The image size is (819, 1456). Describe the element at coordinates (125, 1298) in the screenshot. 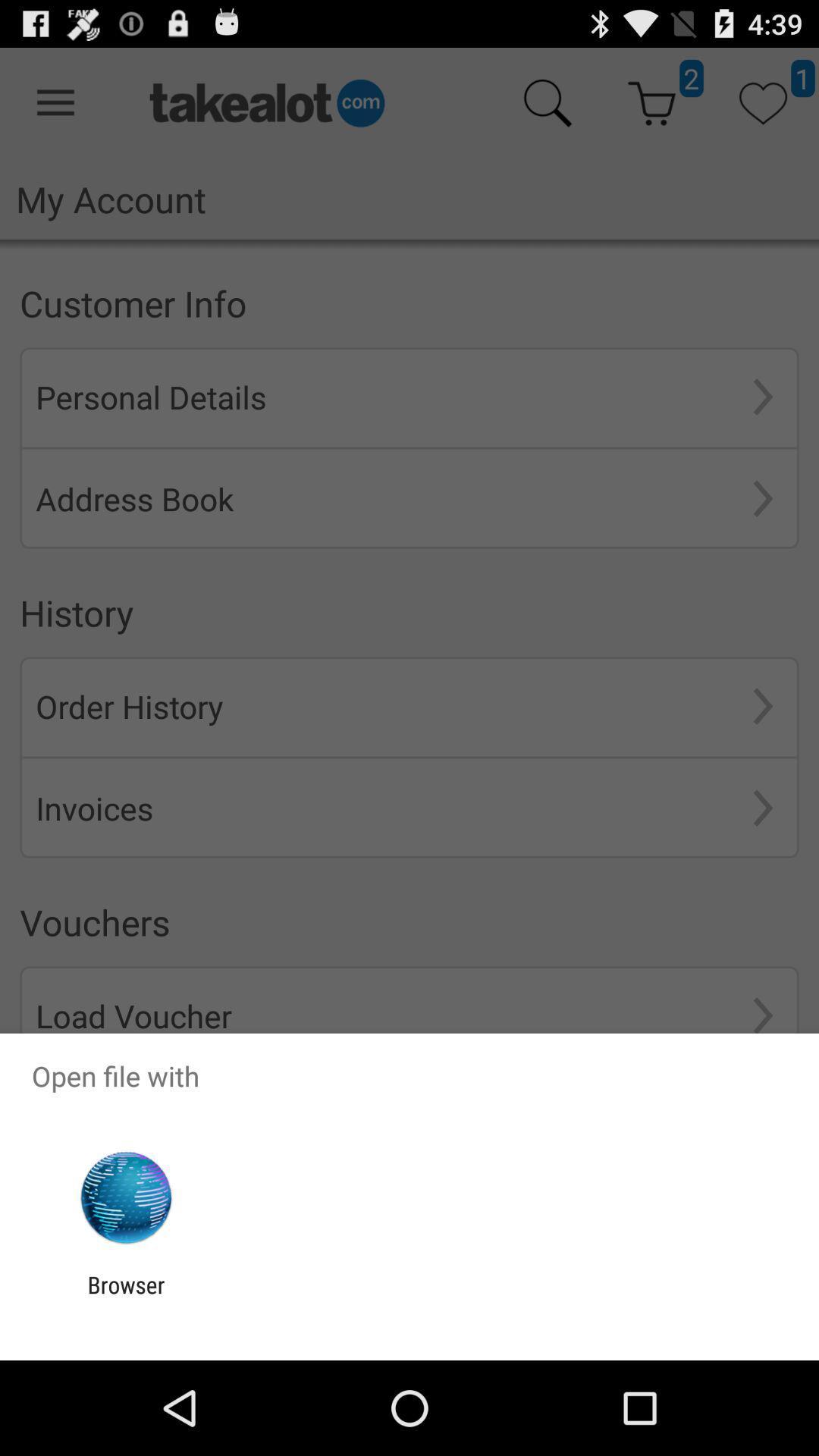

I see `browser` at that location.